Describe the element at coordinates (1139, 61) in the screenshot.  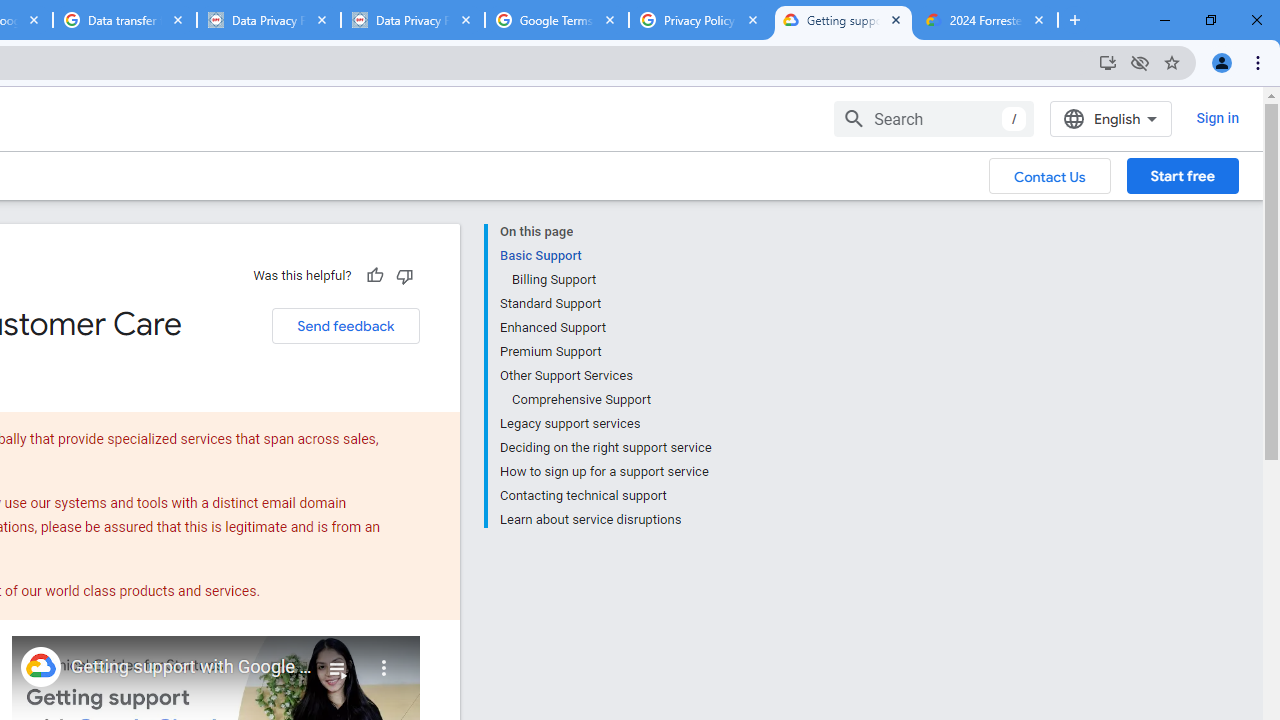
I see `'Third-party cookies blocked'` at that location.